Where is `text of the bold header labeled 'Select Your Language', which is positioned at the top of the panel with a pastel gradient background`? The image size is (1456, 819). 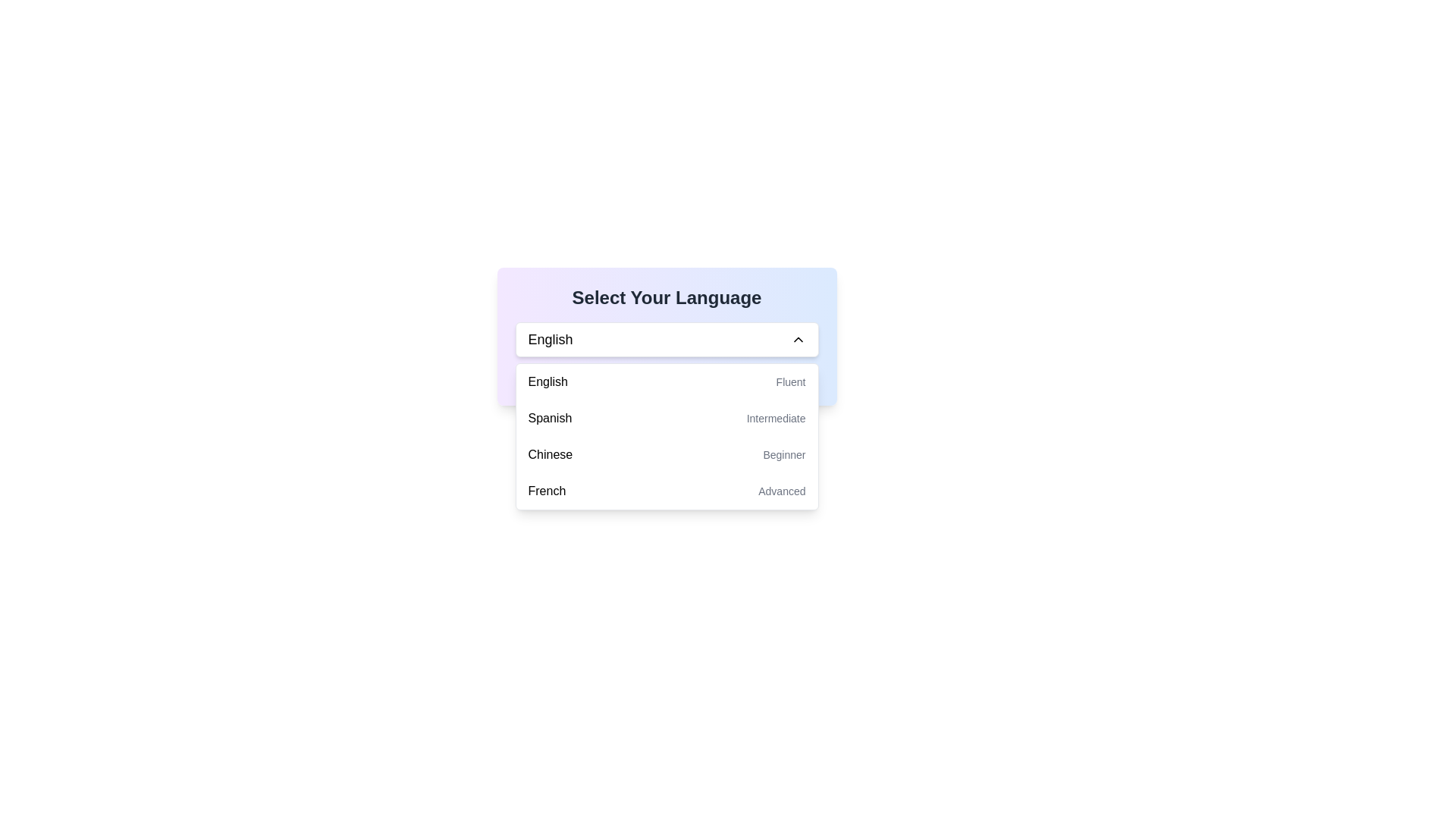 text of the bold header labeled 'Select Your Language', which is positioned at the top of the panel with a pastel gradient background is located at coordinates (667, 298).